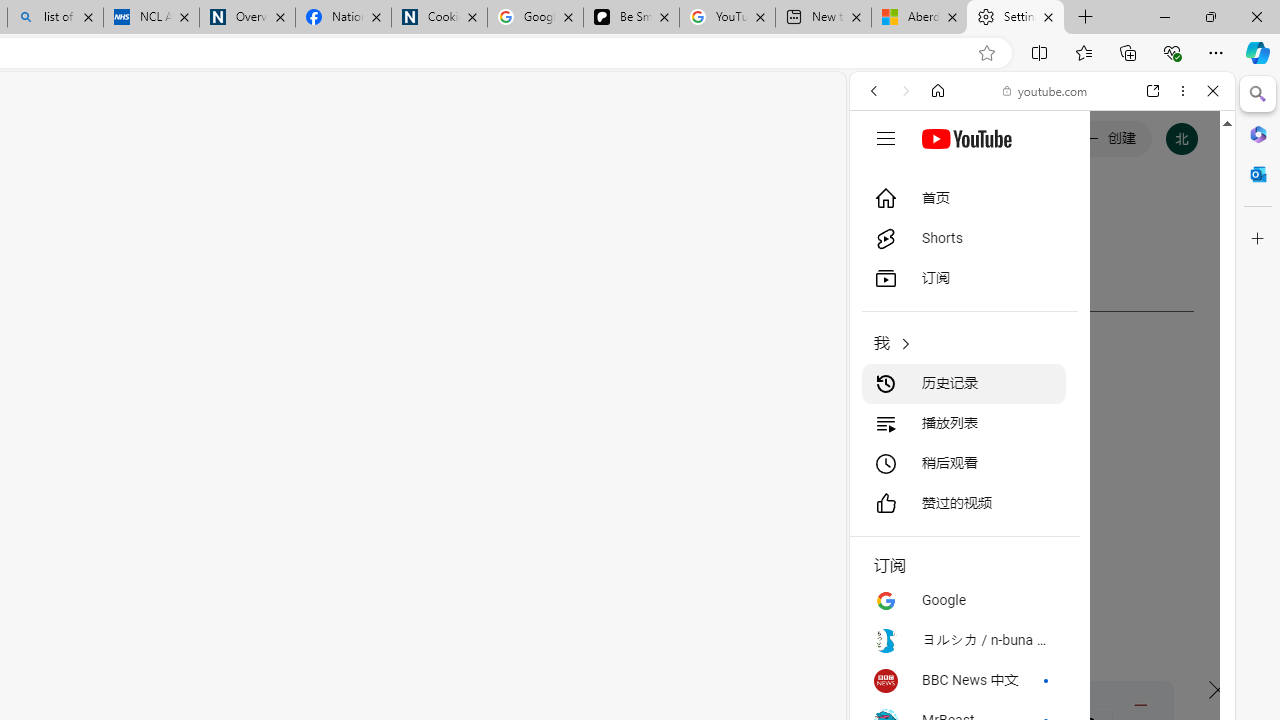 The image size is (1280, 720). What do you see at coordinates (438, 17) in the screenshot?
I see `'Cookies'` at bounding box center [438, 17].